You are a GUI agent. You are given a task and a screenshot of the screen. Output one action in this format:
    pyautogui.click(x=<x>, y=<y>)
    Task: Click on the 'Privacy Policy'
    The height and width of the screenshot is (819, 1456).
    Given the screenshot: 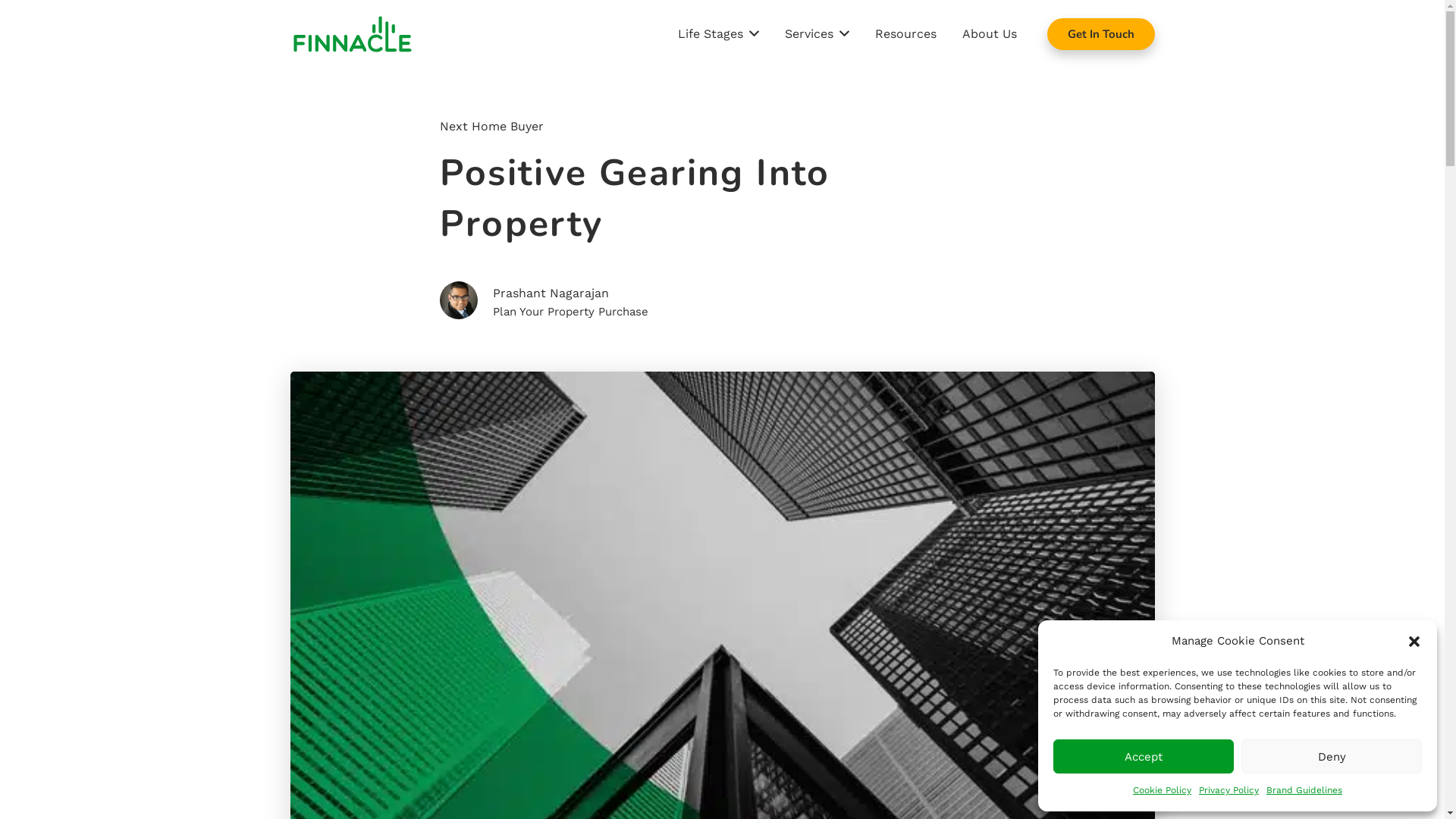 What is the action you would take?
    pyautogui.click(x=1197, y=789)
    